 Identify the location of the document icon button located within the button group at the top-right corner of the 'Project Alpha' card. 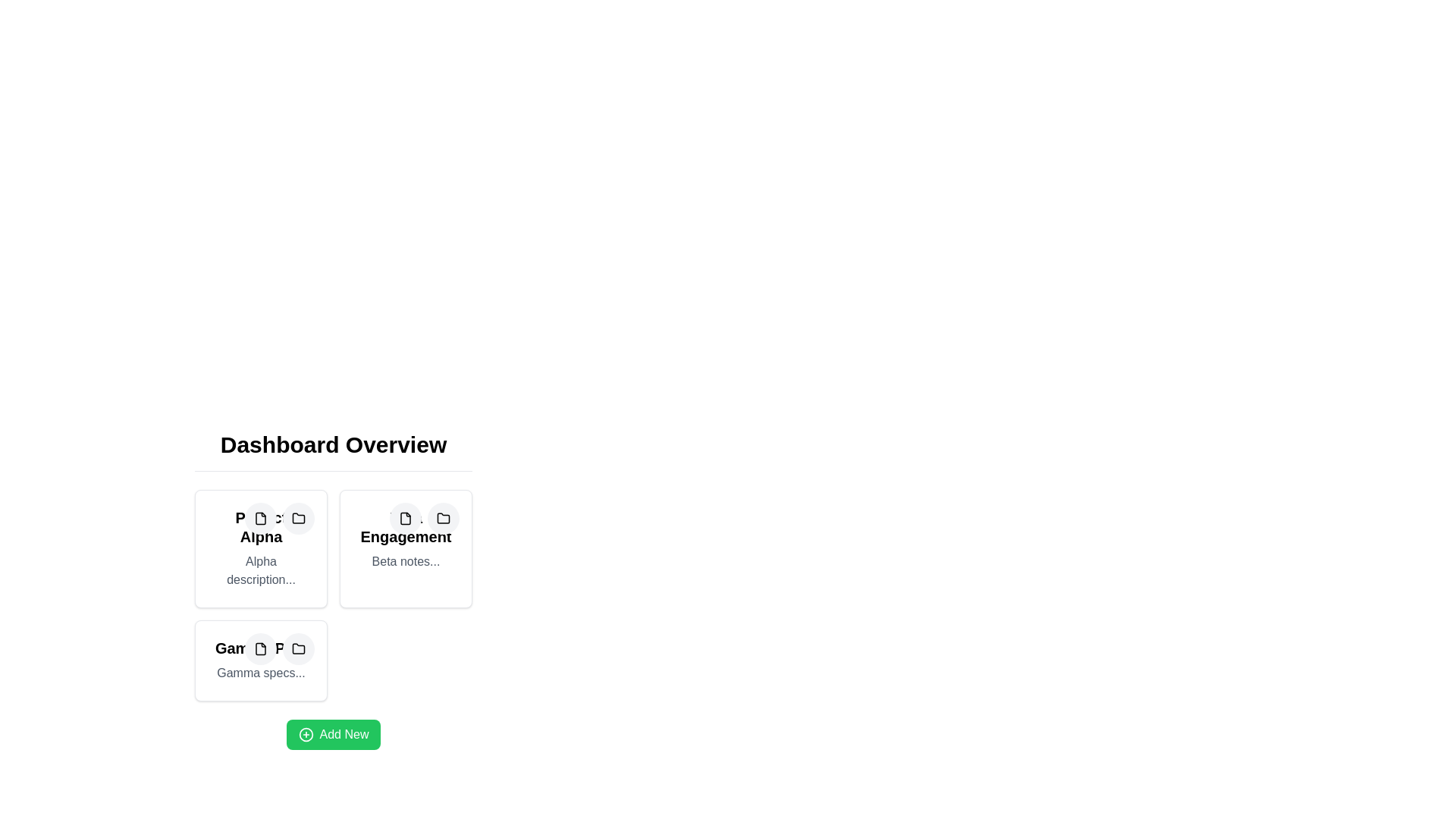
(280, 517).